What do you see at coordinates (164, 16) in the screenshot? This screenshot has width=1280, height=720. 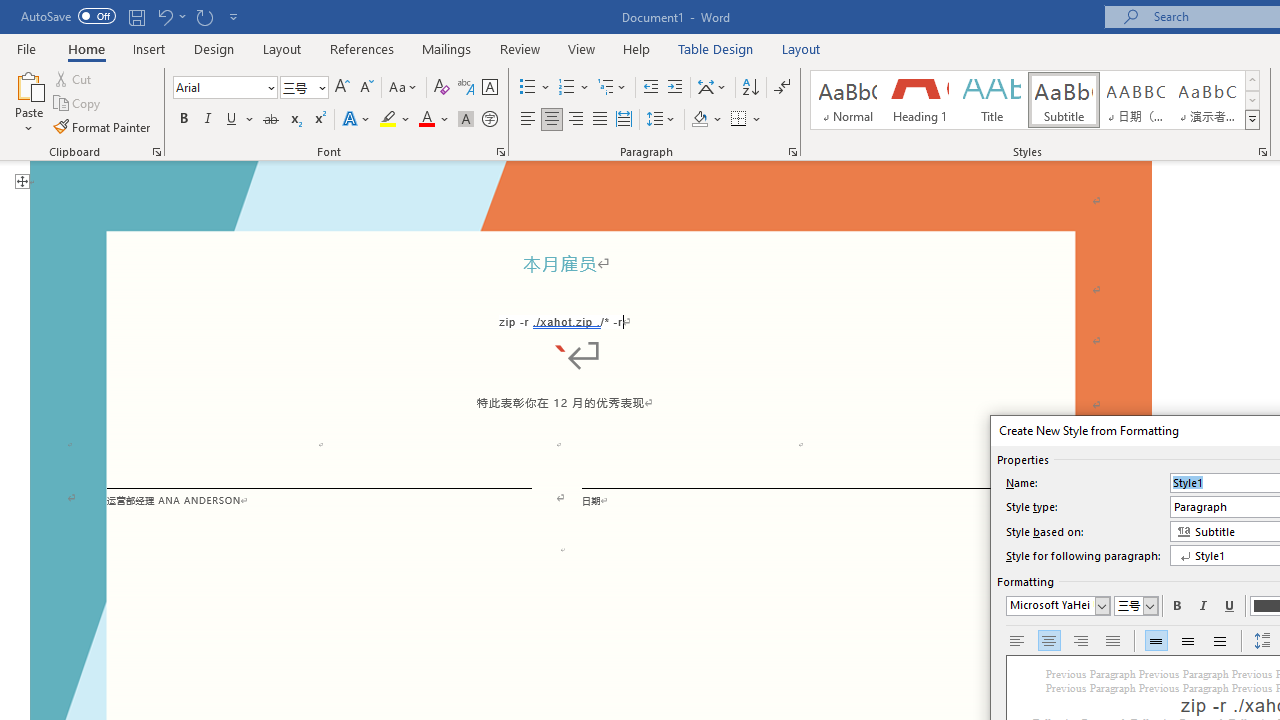 I see `'Undo Paste'` at bounding box center [164, 16].